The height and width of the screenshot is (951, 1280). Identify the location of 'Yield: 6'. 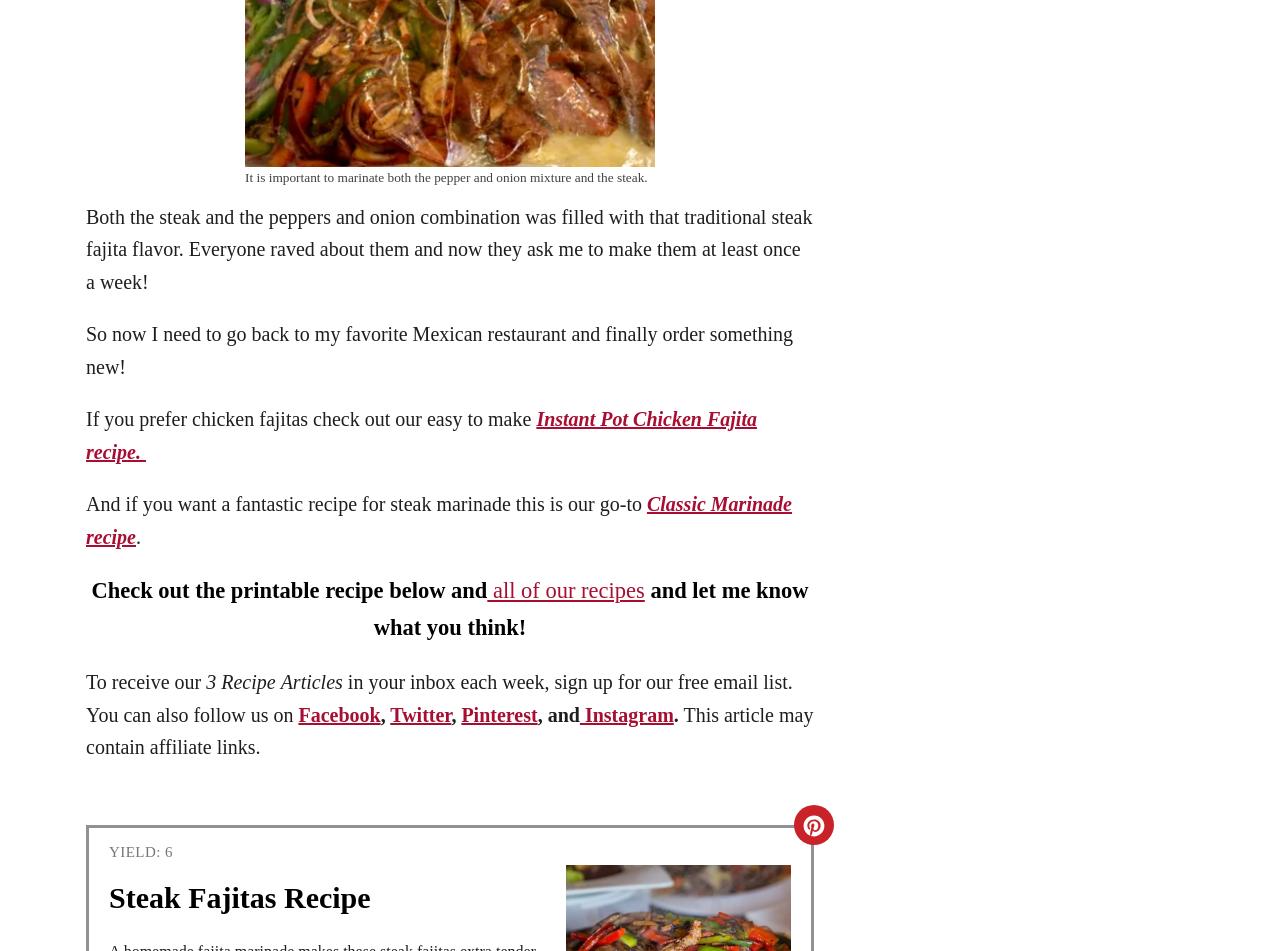
(140, 851).